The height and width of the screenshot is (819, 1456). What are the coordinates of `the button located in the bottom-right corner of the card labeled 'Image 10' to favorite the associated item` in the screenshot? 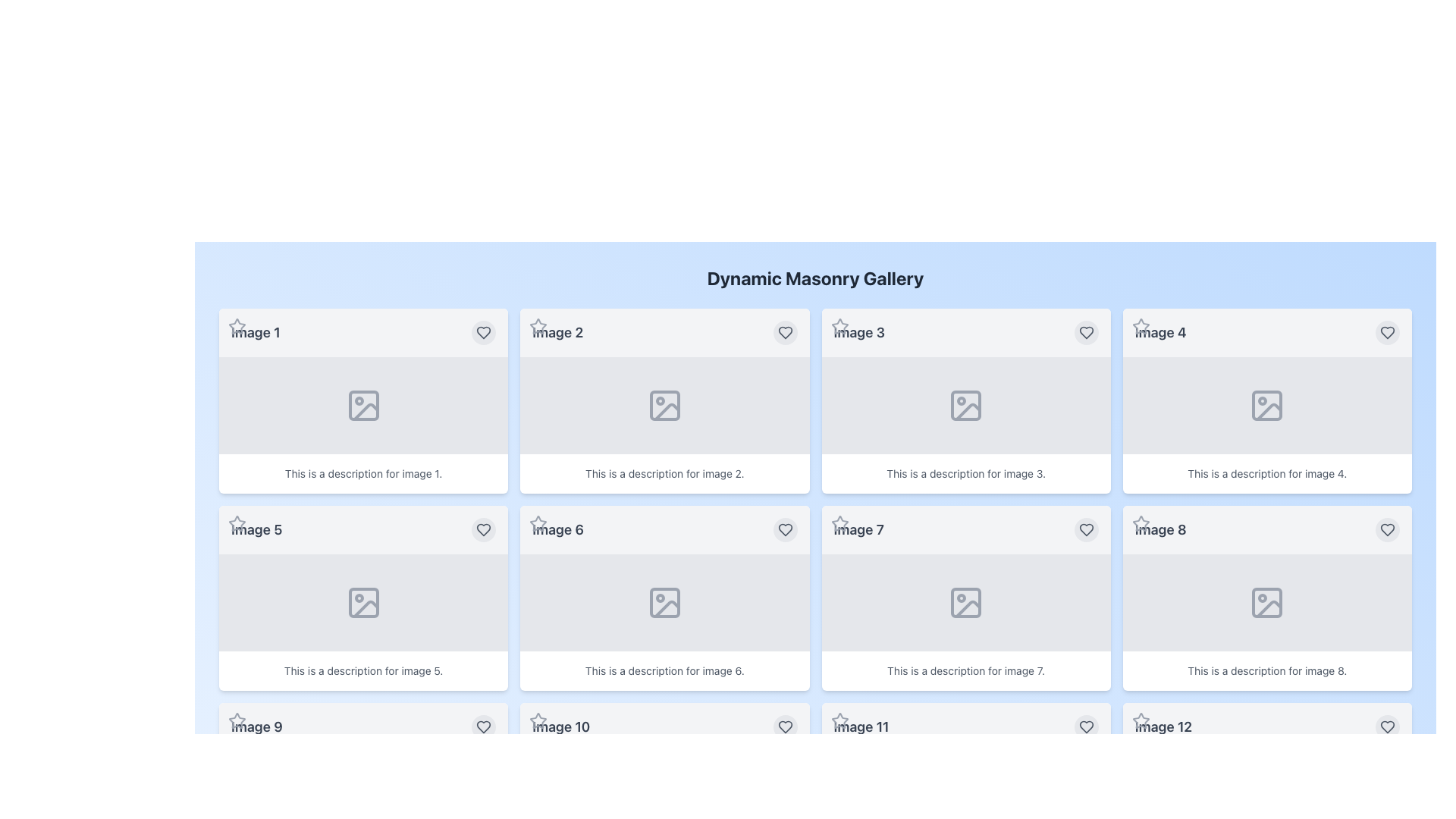 It's located at (785, 726).